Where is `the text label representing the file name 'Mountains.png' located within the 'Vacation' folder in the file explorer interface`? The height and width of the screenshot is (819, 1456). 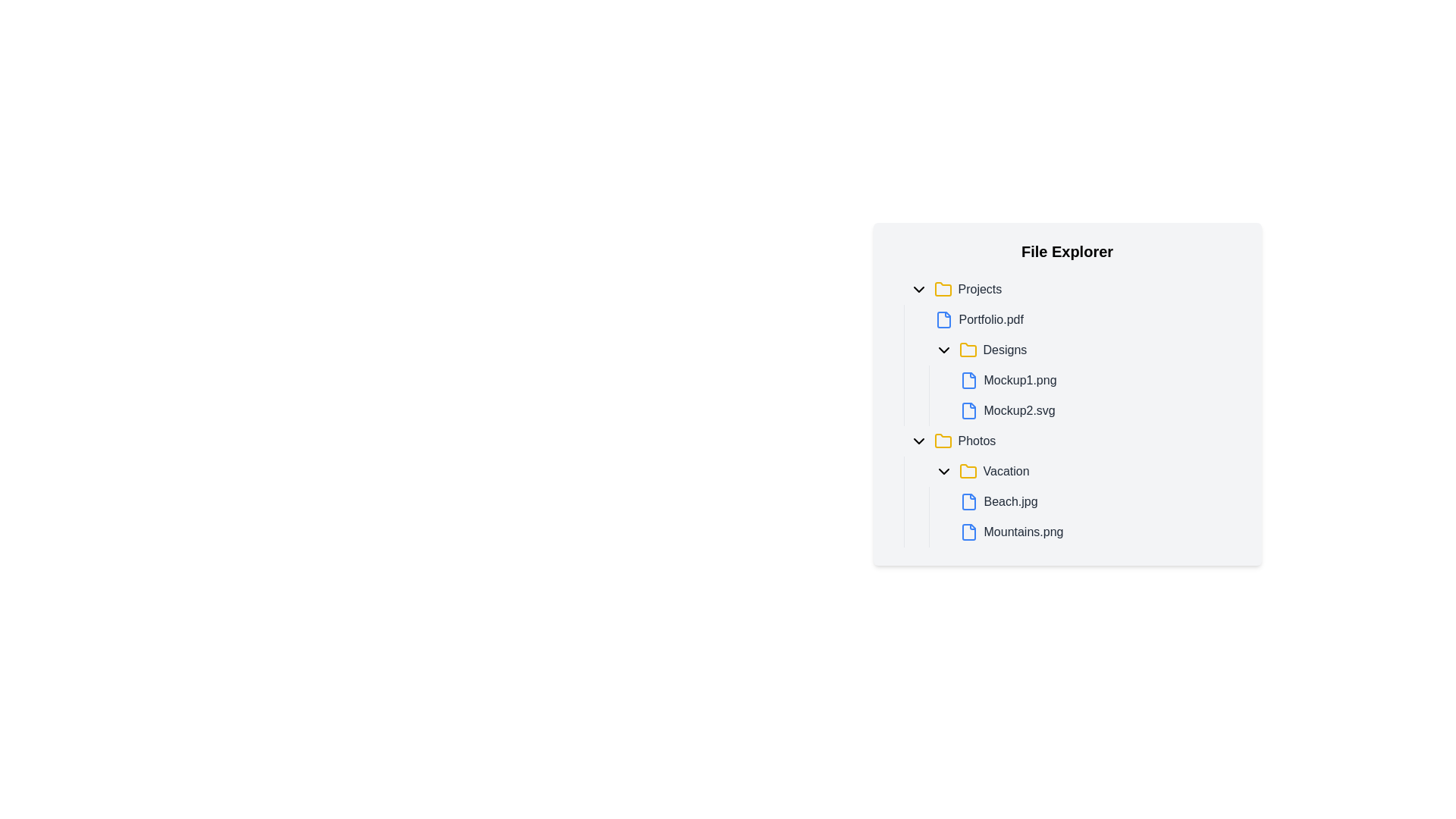
the text label representing the file name 'Mountains.png' located within the 'Vacation' folder in the file explorer interface is located at coordinates (1023, 532).